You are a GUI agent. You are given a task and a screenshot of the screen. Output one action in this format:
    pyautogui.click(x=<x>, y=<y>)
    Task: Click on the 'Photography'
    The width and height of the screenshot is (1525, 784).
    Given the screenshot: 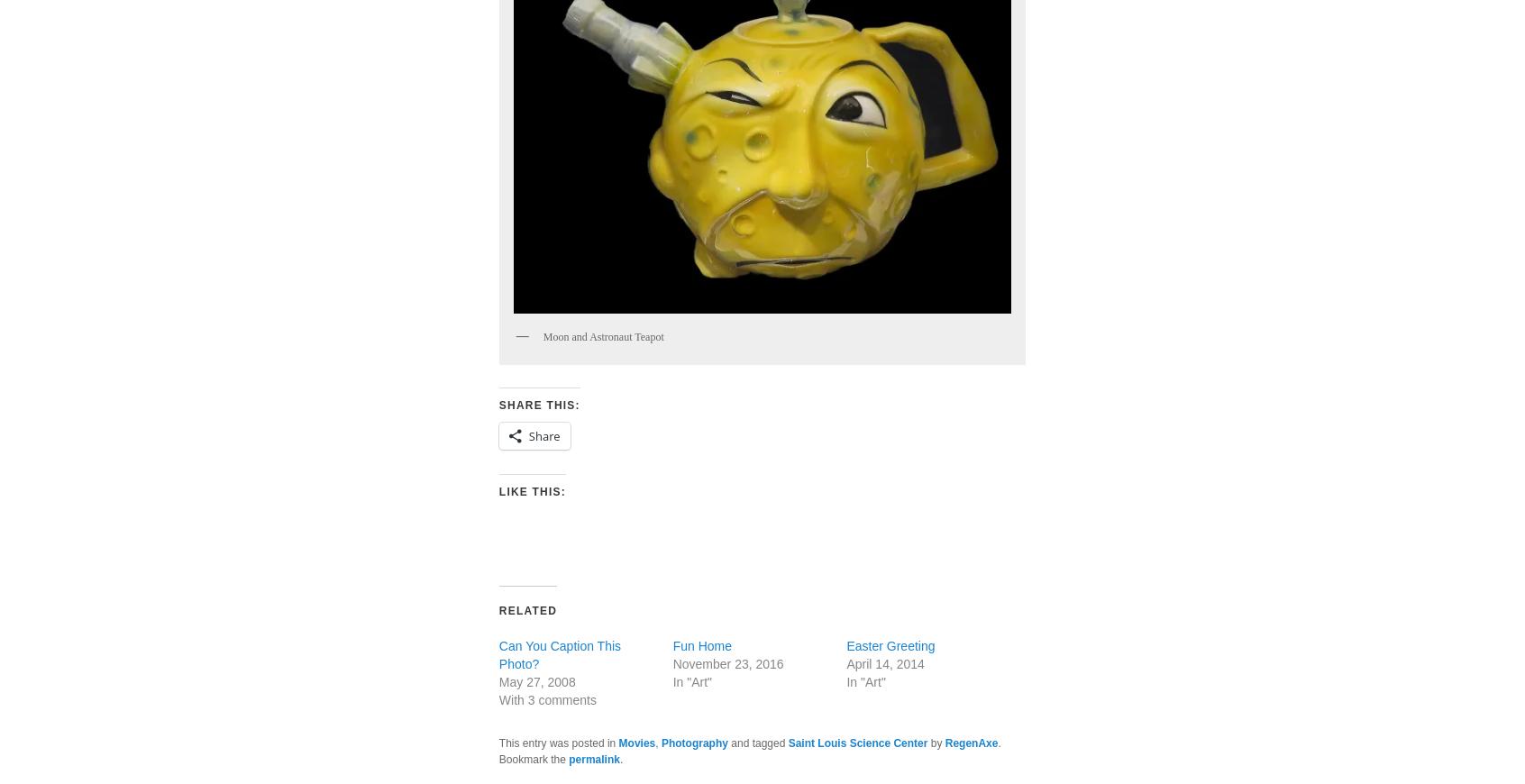 What is the action you would take?
    pyautogui.click(x=659, y=742)
    